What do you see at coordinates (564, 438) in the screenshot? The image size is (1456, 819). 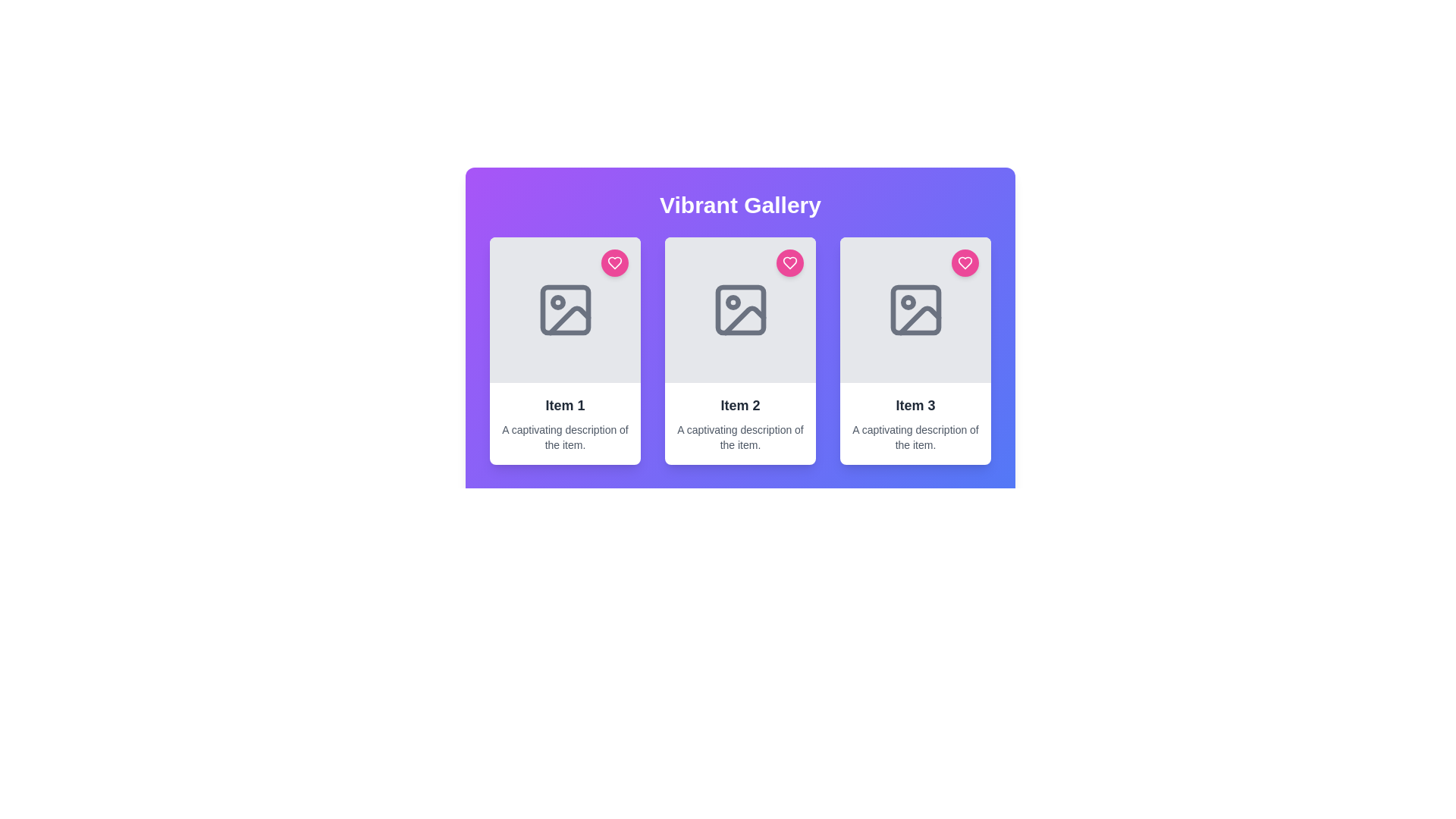 I see `descriptive text located below 'Item 1' in the first card of a three-card layout` at bounding box center [564, 438].